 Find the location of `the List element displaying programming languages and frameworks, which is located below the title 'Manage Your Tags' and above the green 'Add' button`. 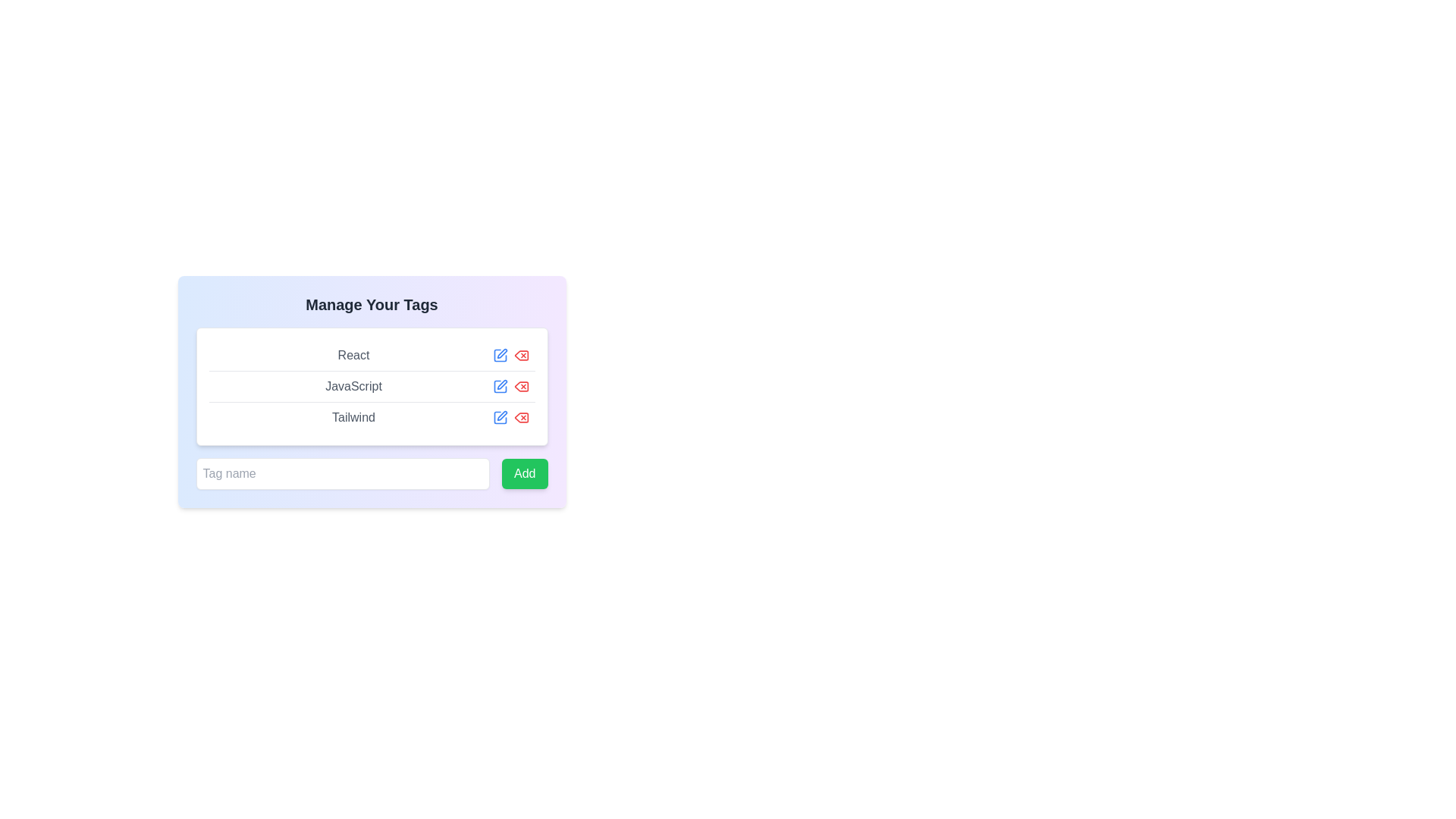

the List element displaying programming languages and frameworks, which is located below the title 'Manage Your Tags' and above the green 'Add' button is located at coordinates (372, 385).